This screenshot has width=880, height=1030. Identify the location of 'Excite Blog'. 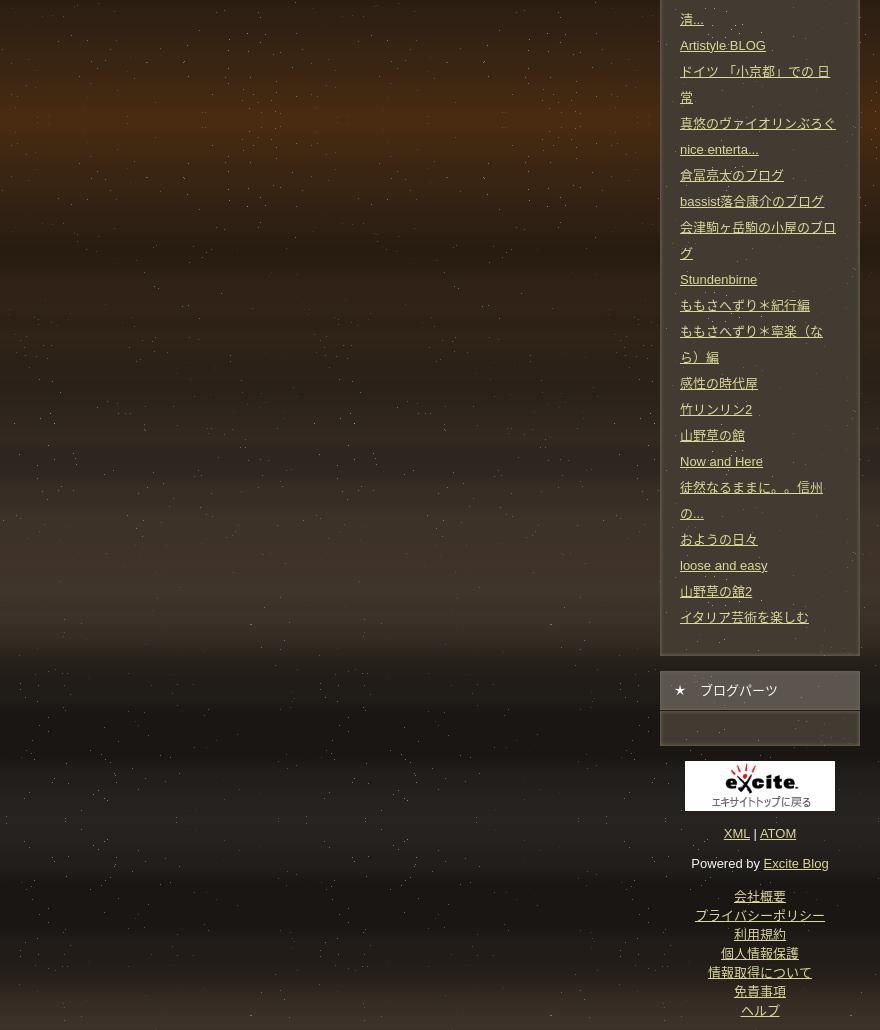
(795, 862).